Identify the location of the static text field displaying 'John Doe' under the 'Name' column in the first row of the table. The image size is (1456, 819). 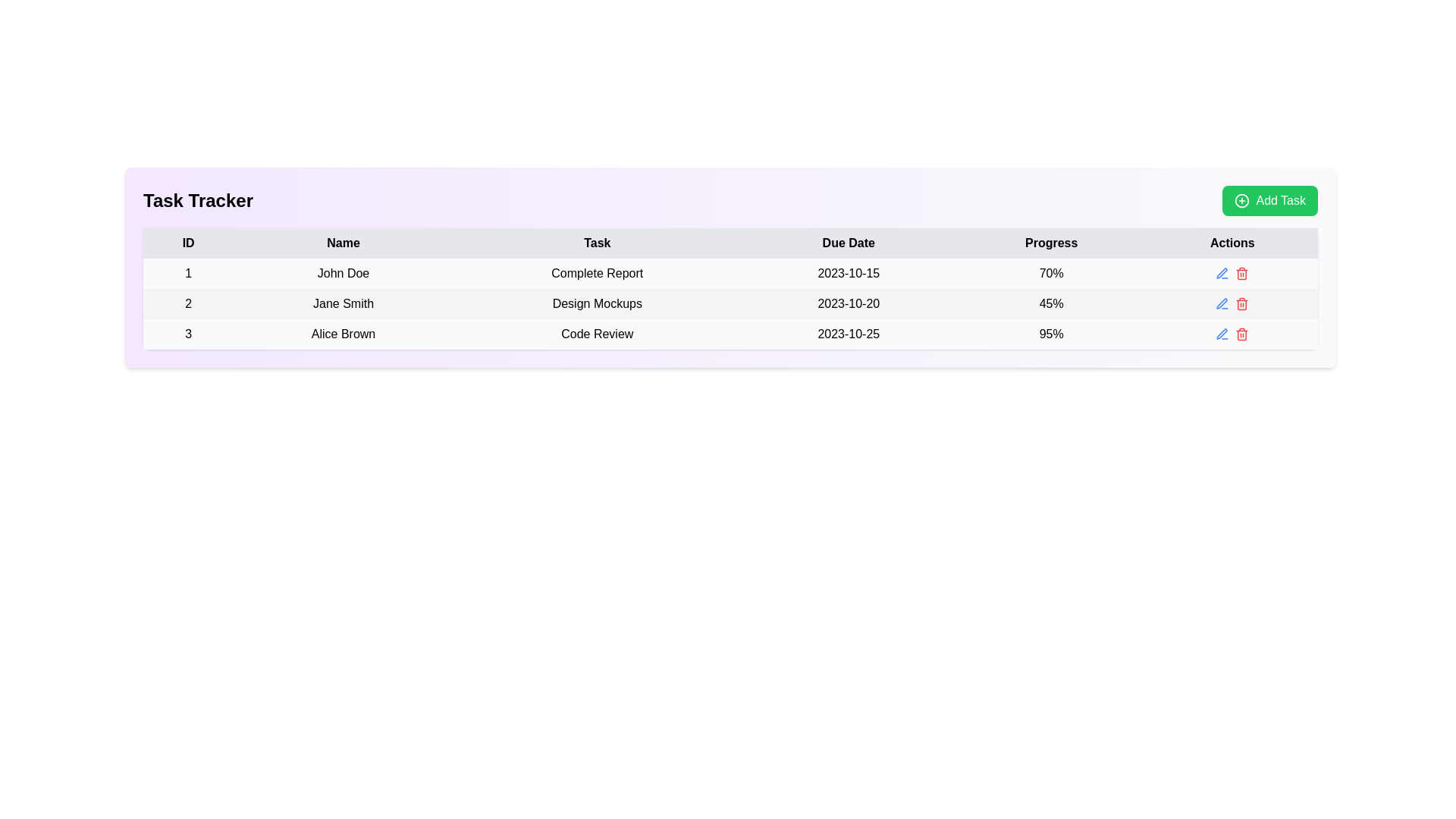
(342, 274).